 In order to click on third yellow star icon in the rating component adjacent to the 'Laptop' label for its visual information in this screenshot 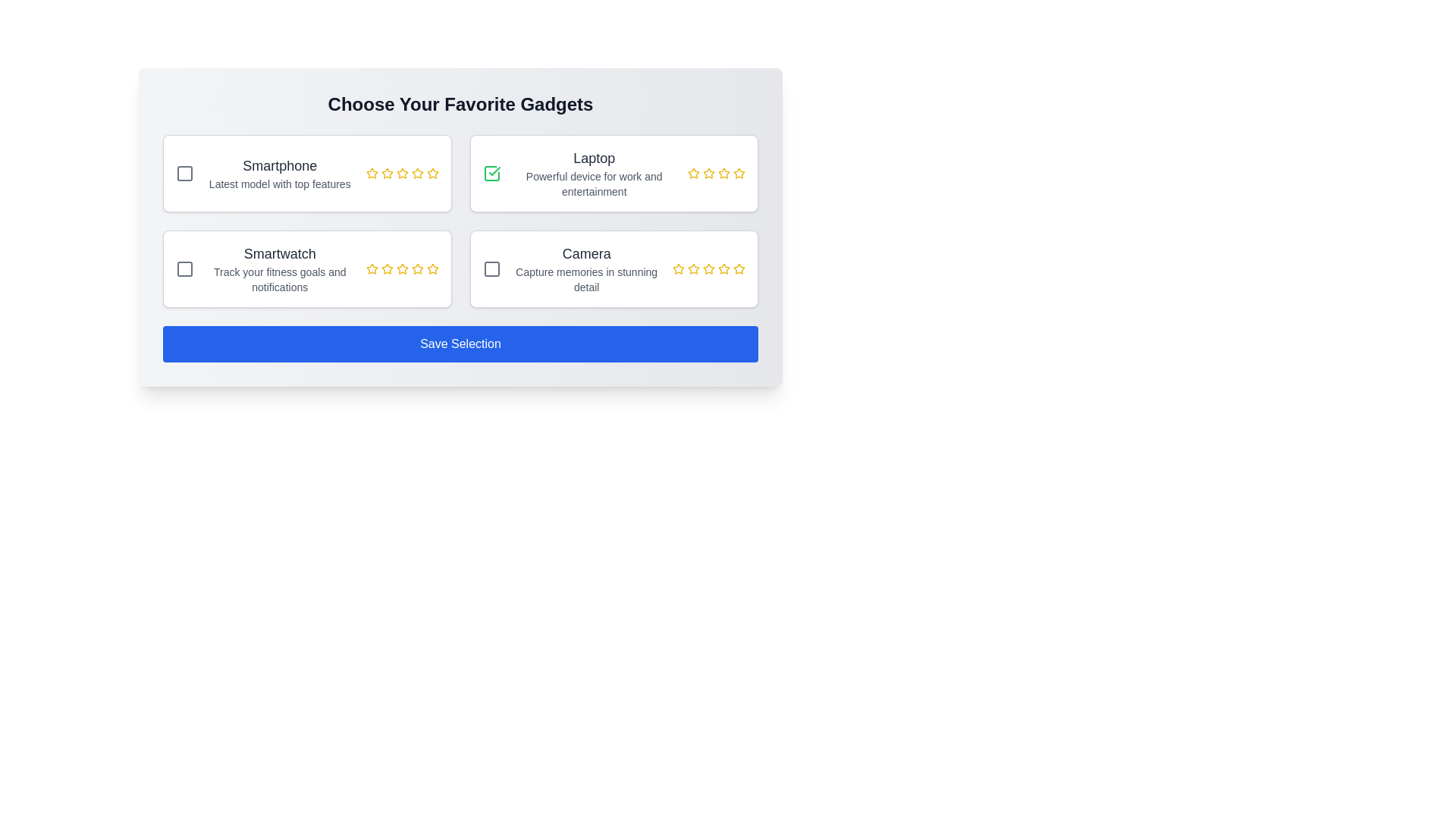, I will do `click(708, 172)`.